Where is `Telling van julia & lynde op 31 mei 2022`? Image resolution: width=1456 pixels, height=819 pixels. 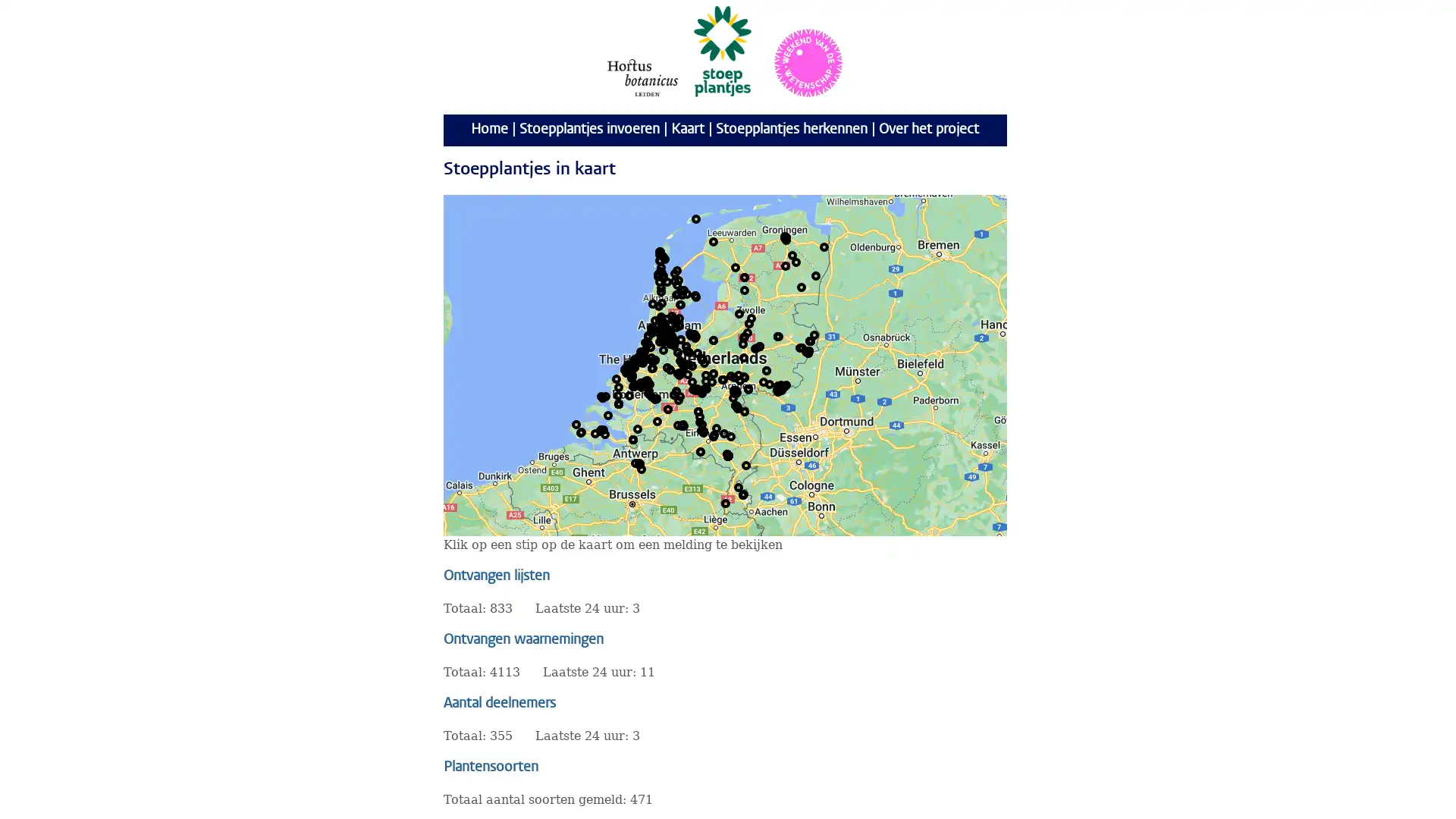 Telling van julia & lynde op 31 mei 2022 is located at coordinates (619, 403).